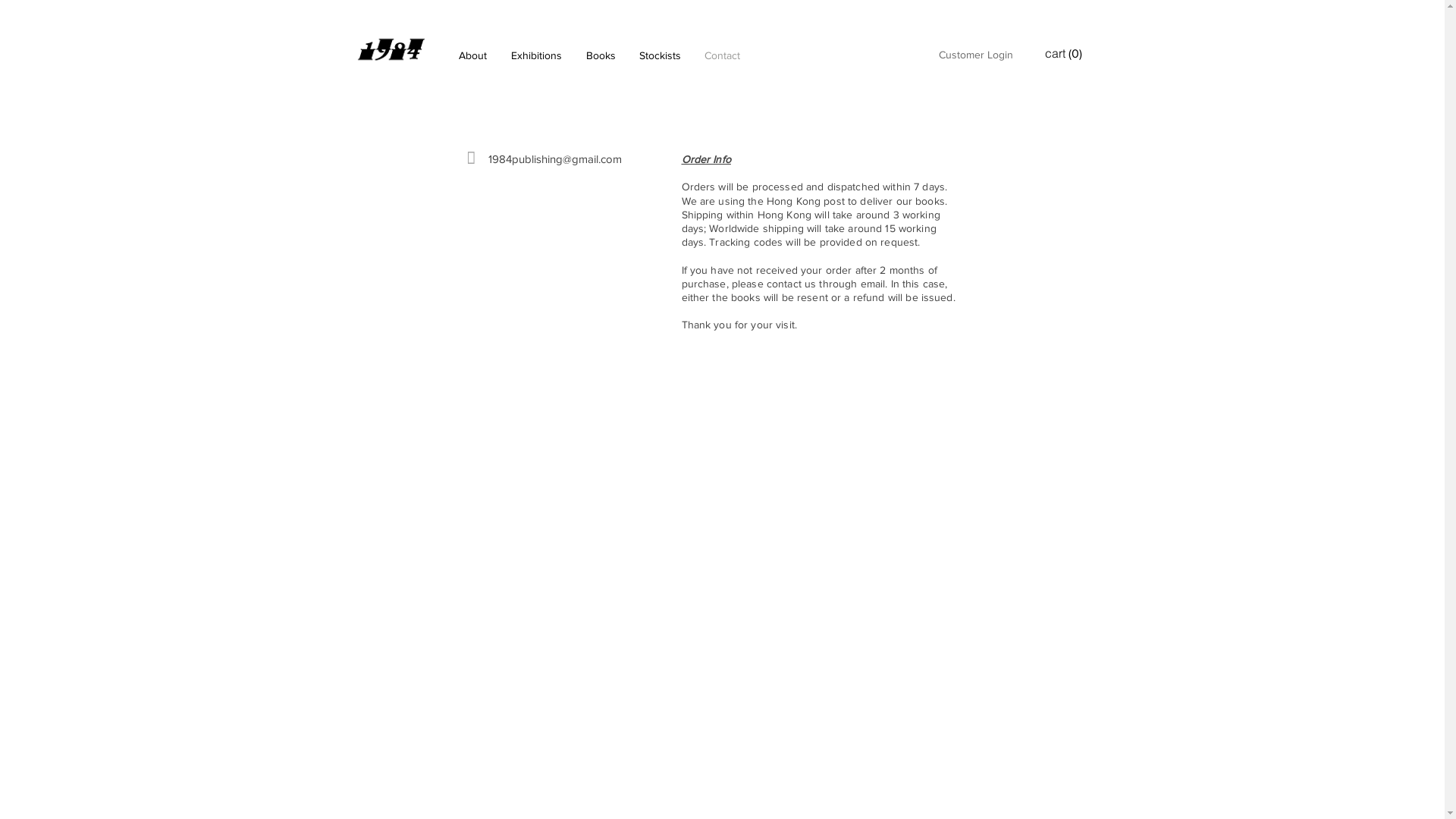 Image resolution: width=1456 pixels, height=819 pixels. I want to click on 'About', so click(471, 55).